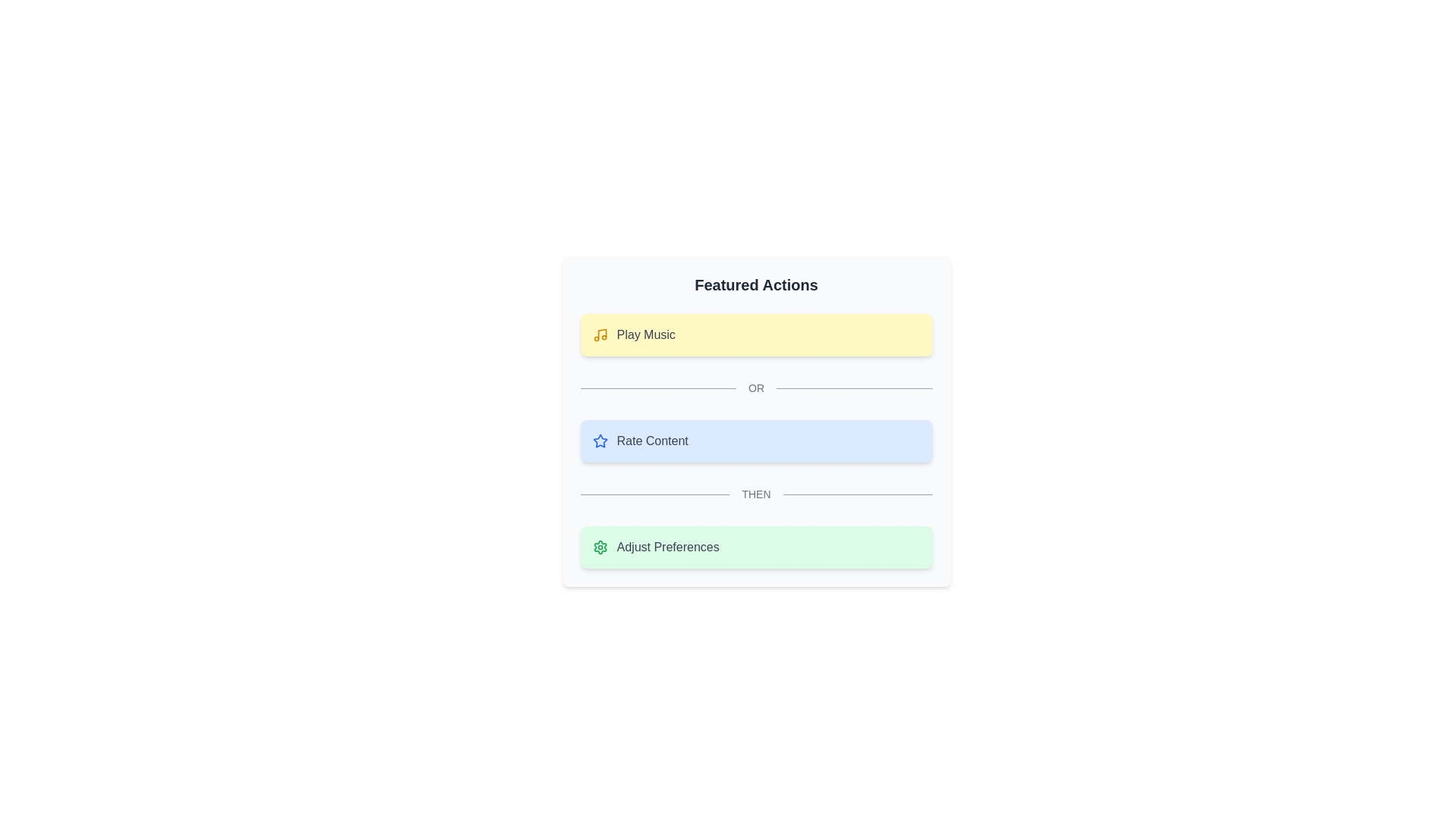 Image resolution: width=1456 pixels, height=819 pixels. Describe the element at coordinates (599, 547) in the screenshot. I see `the settings icon located in the lower portion of the interface under the 'Adjust Preferences' section` at that location.